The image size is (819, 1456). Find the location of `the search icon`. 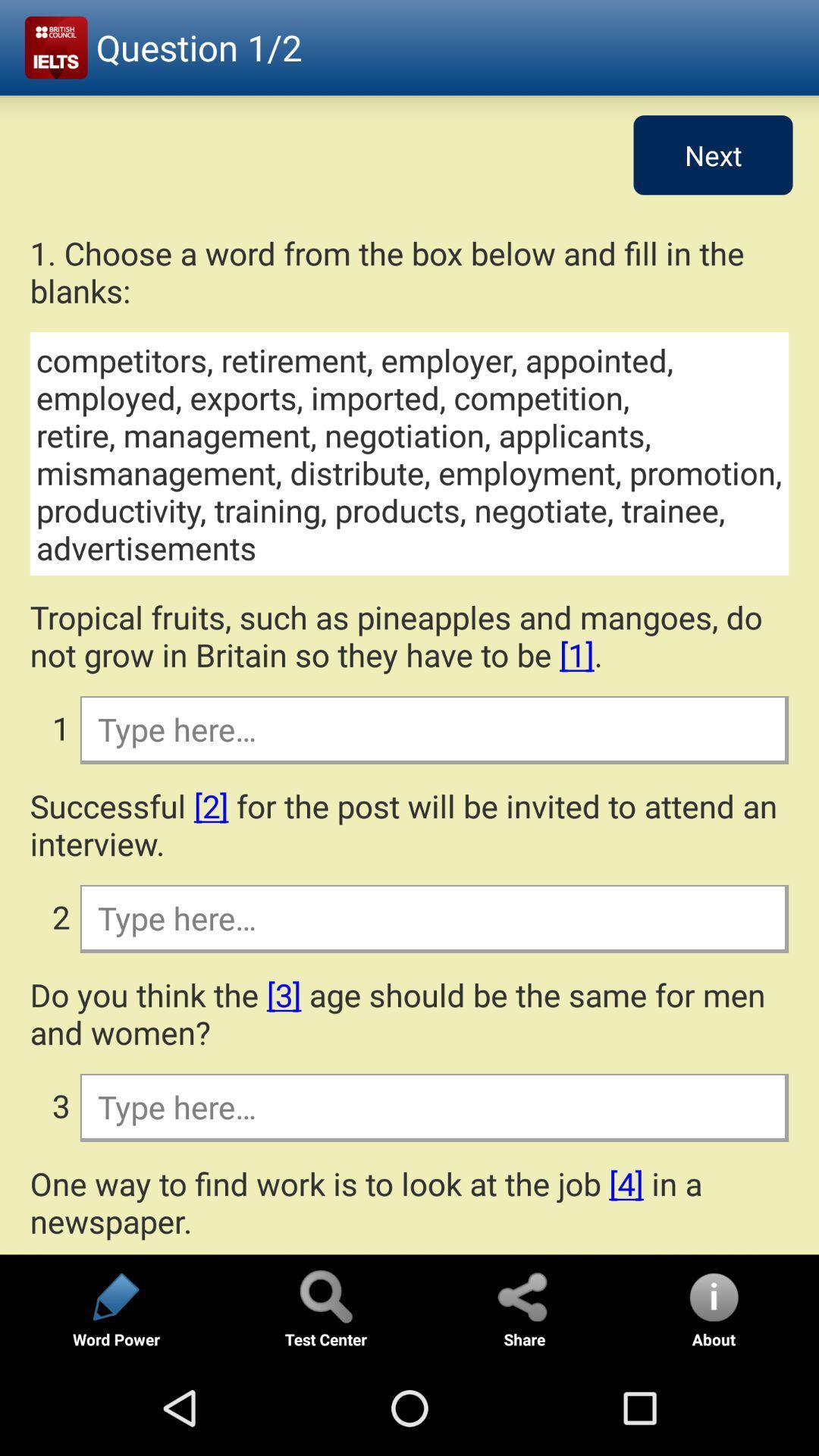

the search icon is located at coordinates (325, 1388).